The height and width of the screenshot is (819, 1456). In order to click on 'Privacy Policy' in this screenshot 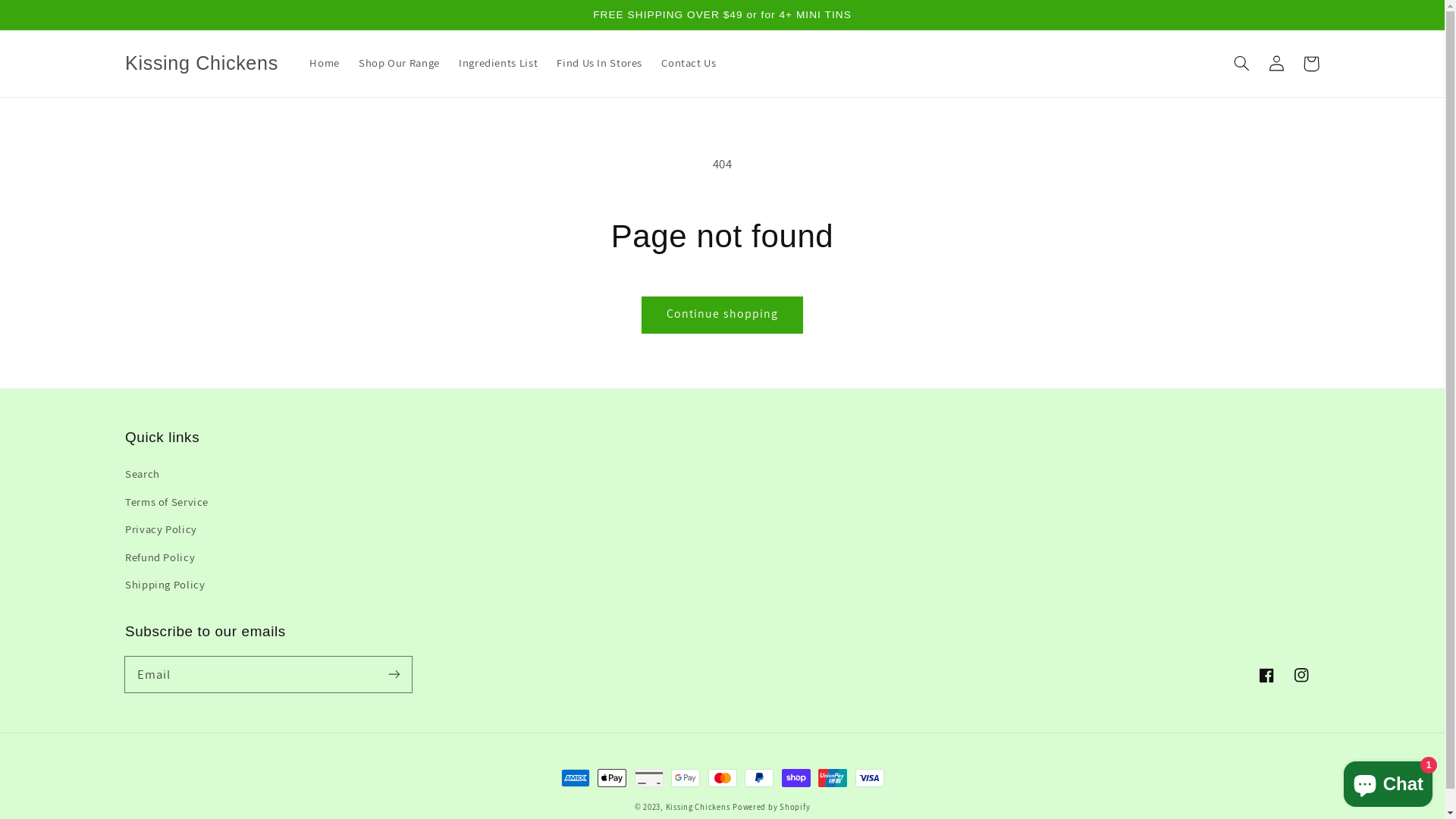, I will do `click(161, 529)`.